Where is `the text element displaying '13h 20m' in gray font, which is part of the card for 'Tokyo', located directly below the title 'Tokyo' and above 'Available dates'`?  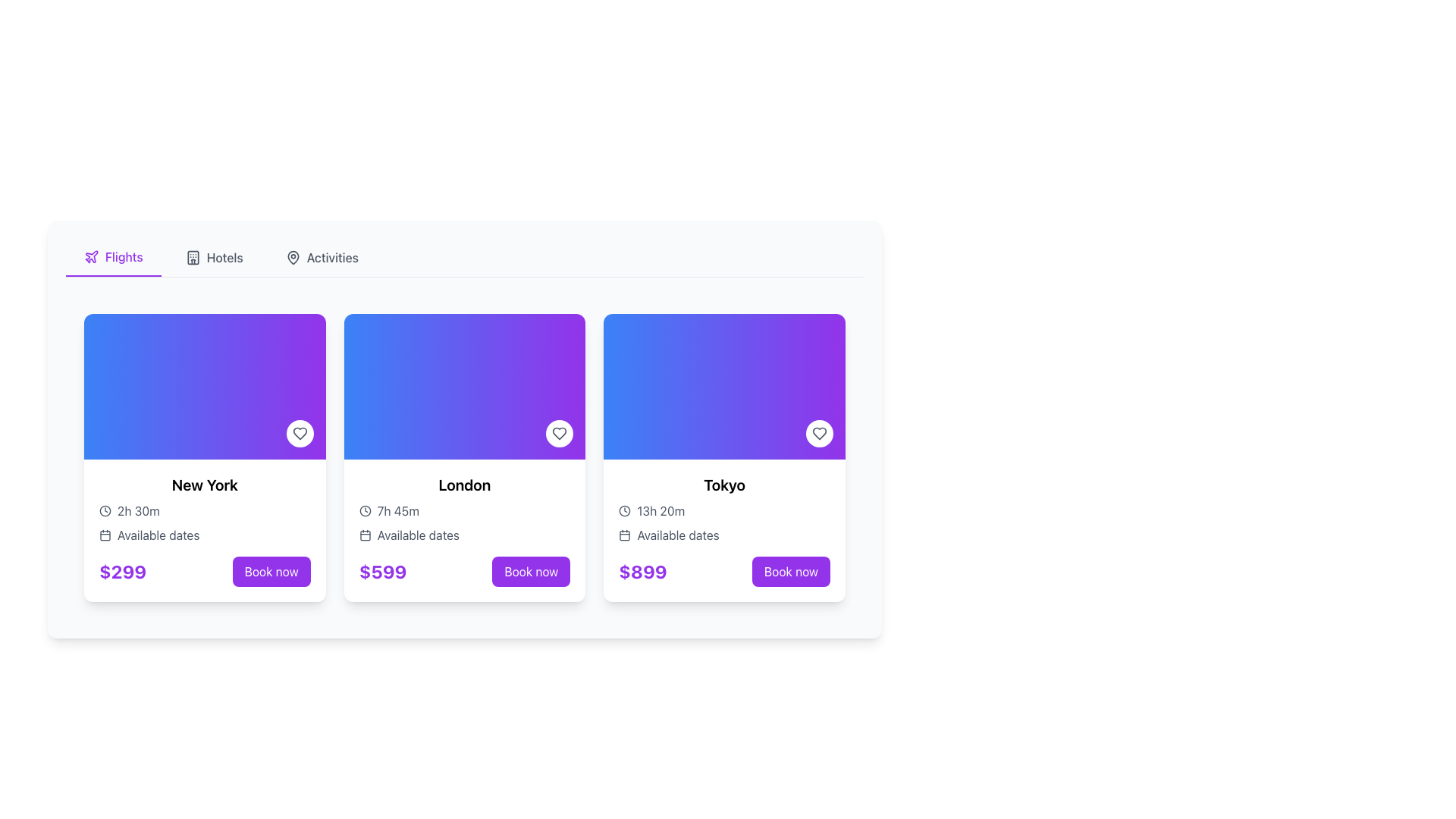
the text element displaying '13h 20m' in gray font, which is part of the card for 'Tokyo', located directly below the title 'Tokyo' and above 'Available dates' is located at coordinates (723, 511).